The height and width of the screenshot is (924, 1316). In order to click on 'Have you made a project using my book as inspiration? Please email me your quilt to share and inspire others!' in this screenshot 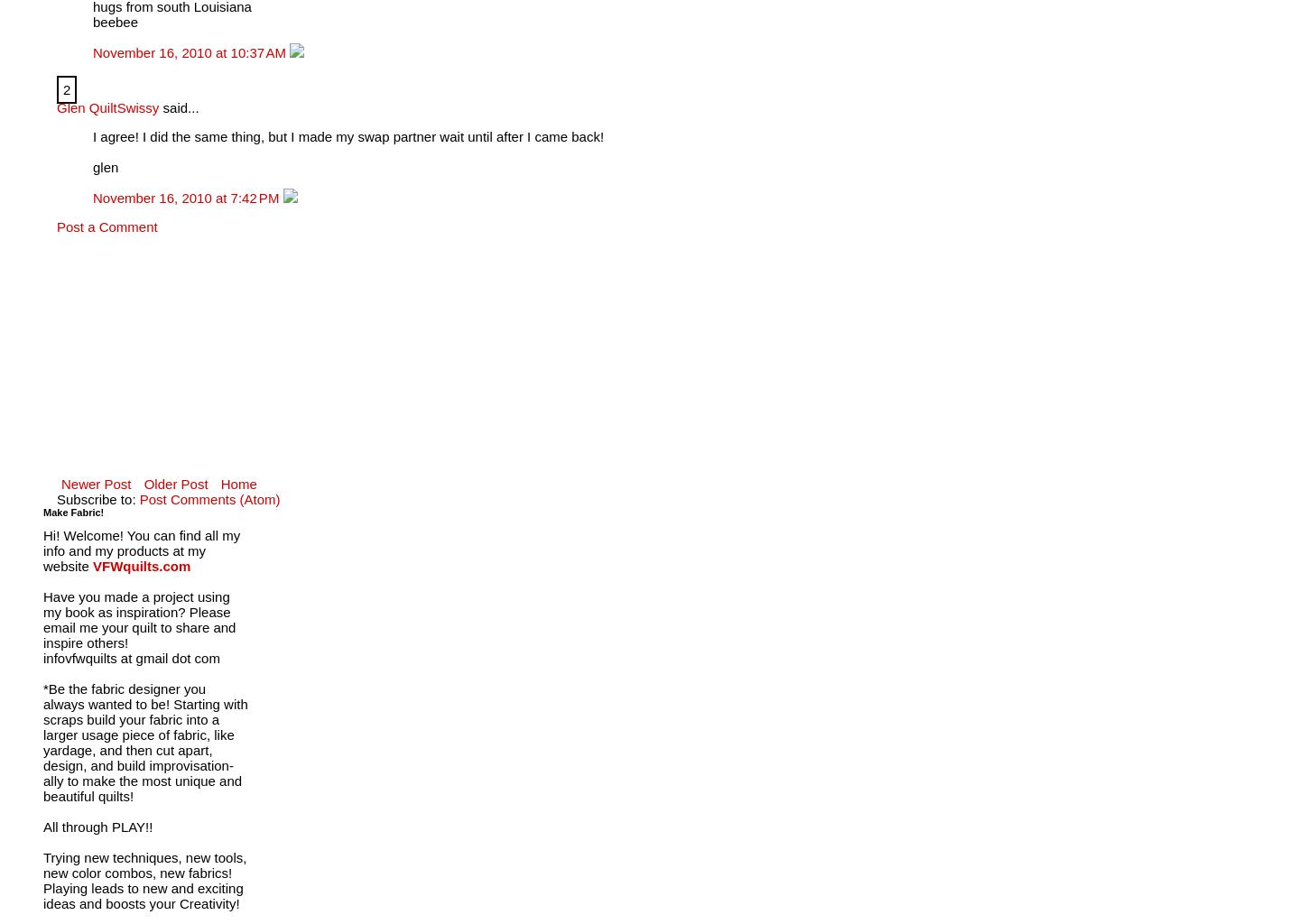, I will do `click(138, 618)`.